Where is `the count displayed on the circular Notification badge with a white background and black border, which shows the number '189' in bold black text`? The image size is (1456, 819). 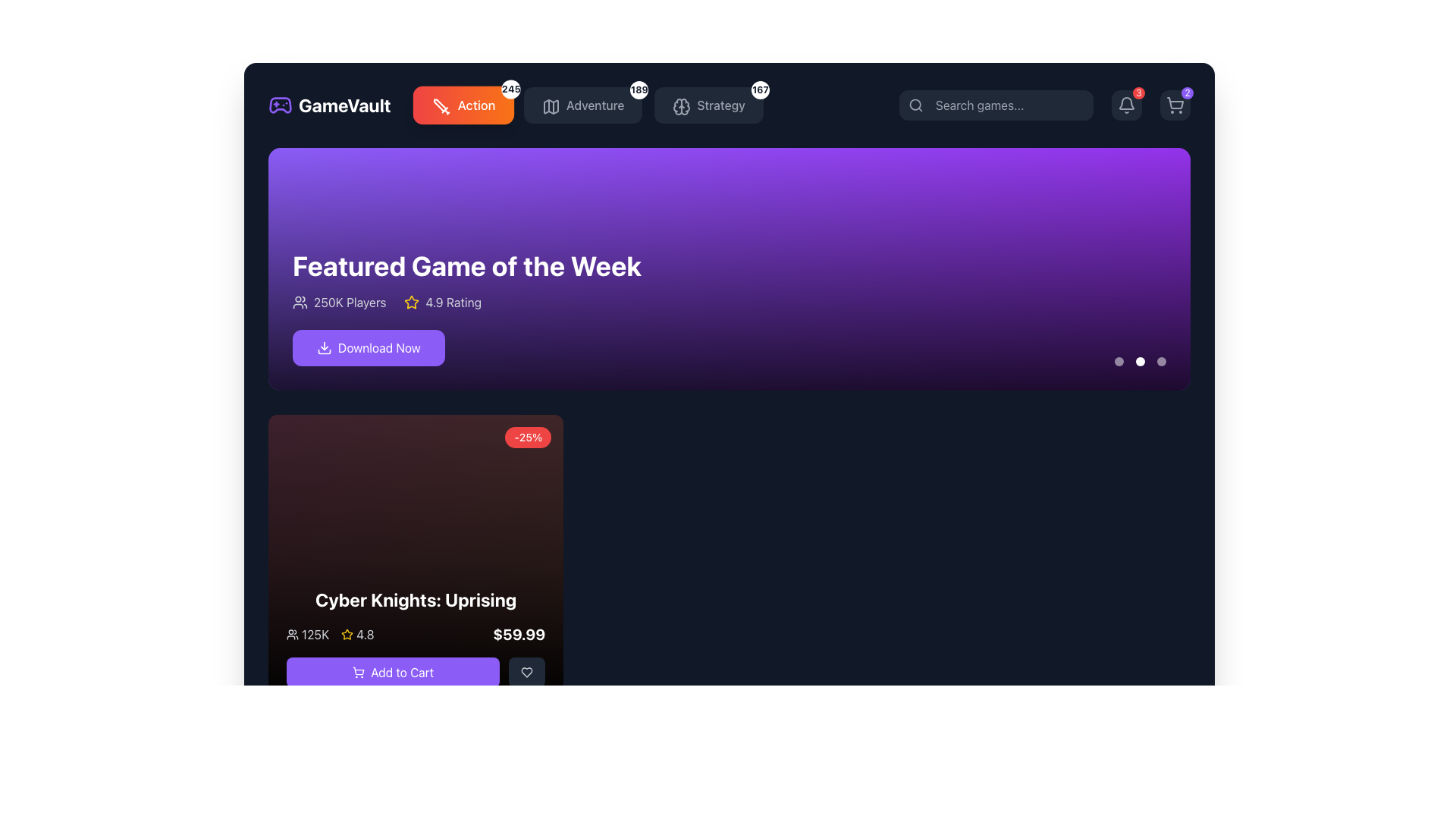 the count displayed on the circular Notification badge with a white background and black border, which shows the number '189' in bold black text is located at coordinates (639, 90).